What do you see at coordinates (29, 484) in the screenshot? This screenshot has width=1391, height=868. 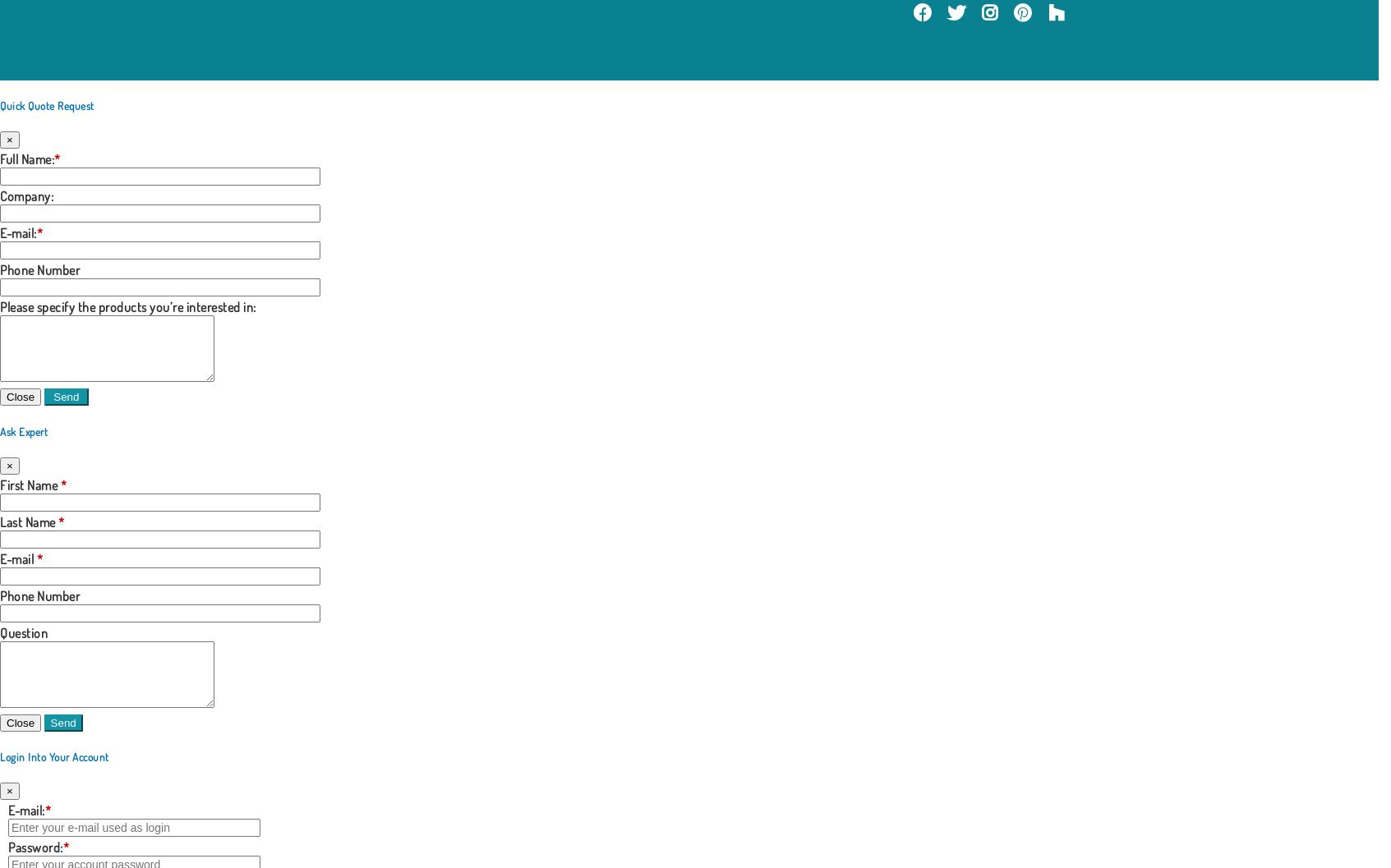 I see `'First Name'` at bounding box center [29, 484].